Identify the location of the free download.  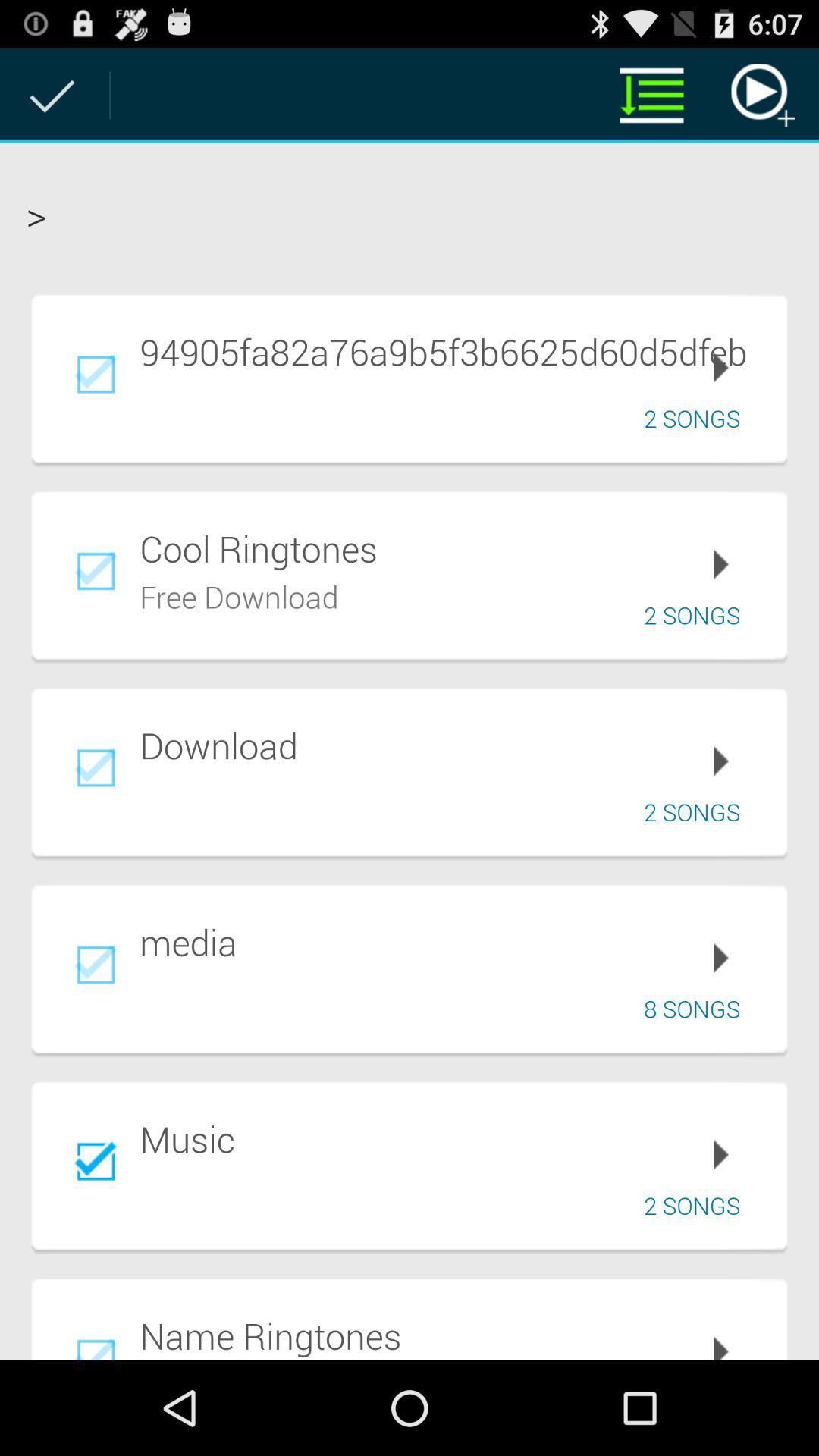
(239, 594).